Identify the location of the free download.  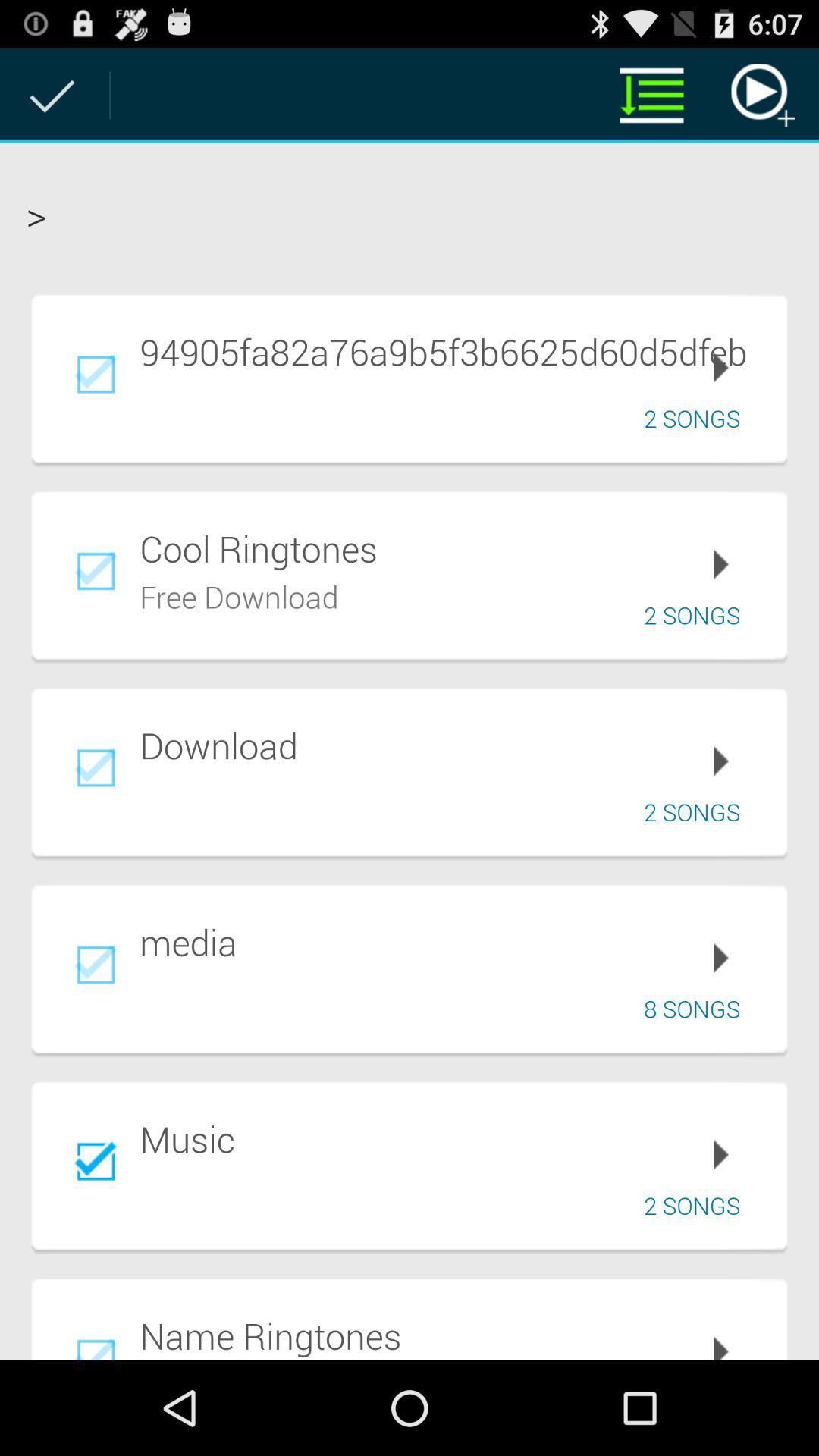
(239, 594).